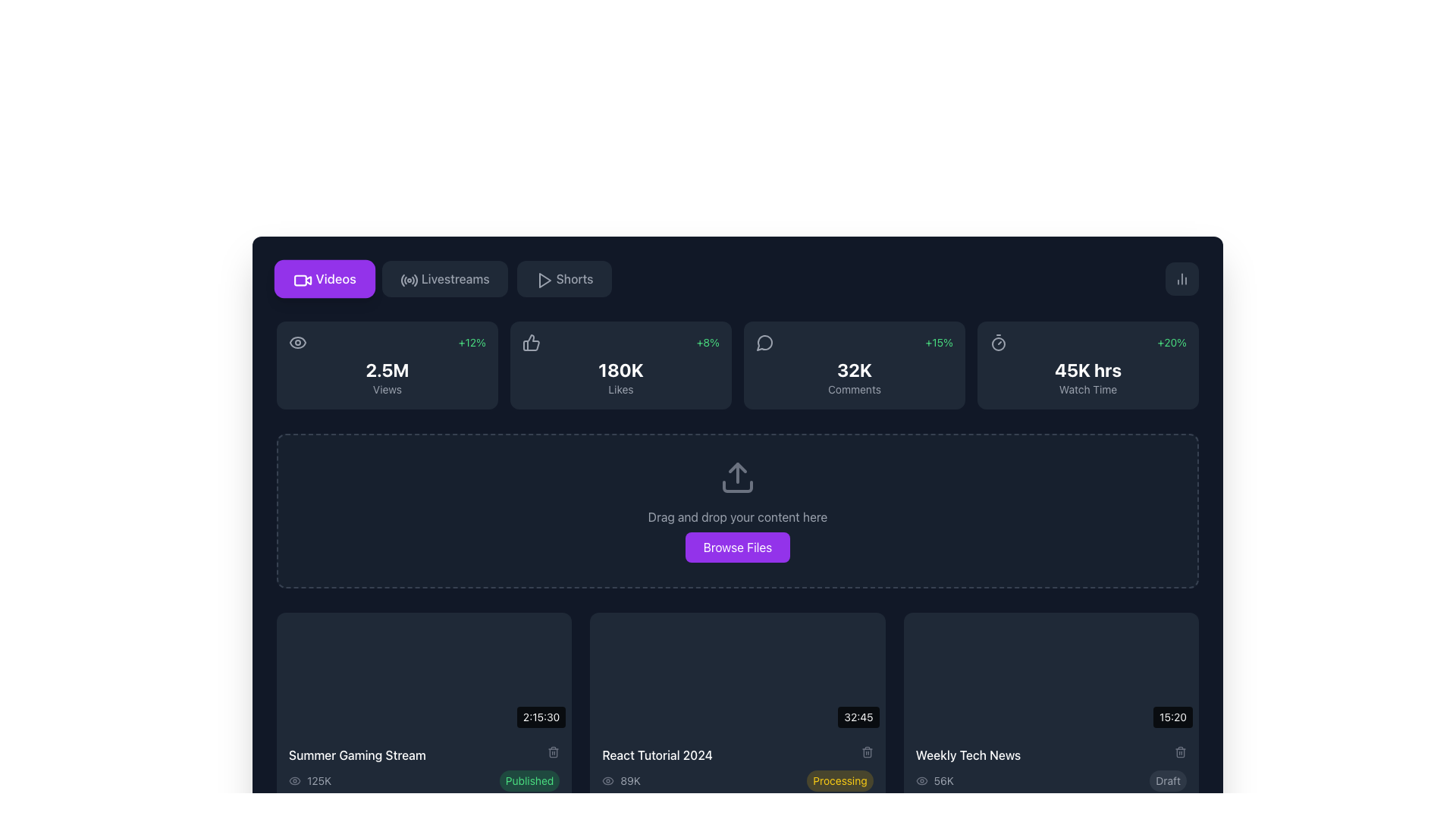  I want to click on the thumbs-up icon representing '180K Likes' in the top-right quadrant of the main content area, so click(531, 342).